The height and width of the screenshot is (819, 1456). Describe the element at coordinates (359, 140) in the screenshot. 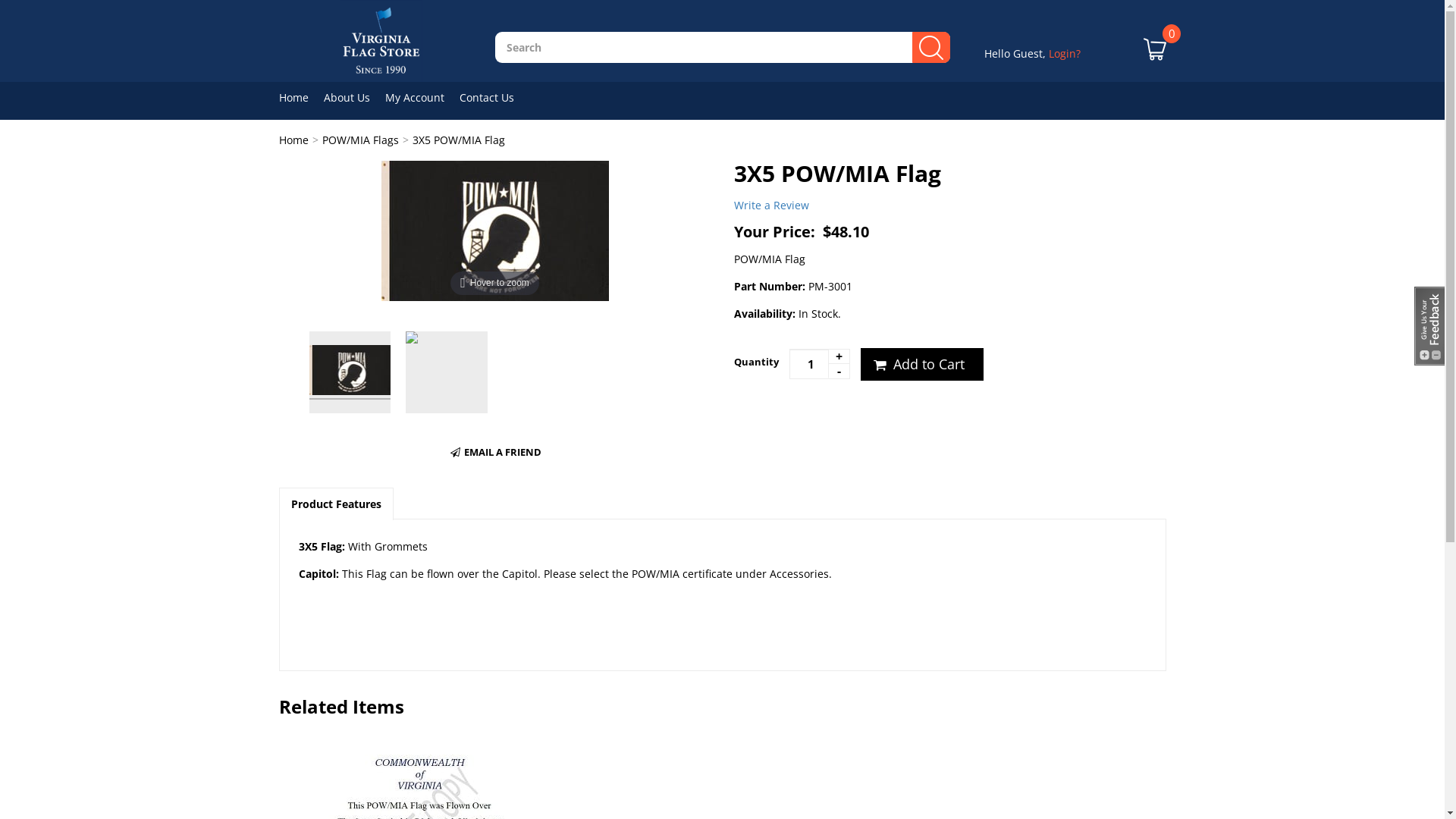

I see `'POW/MIA Flags'` at that location.